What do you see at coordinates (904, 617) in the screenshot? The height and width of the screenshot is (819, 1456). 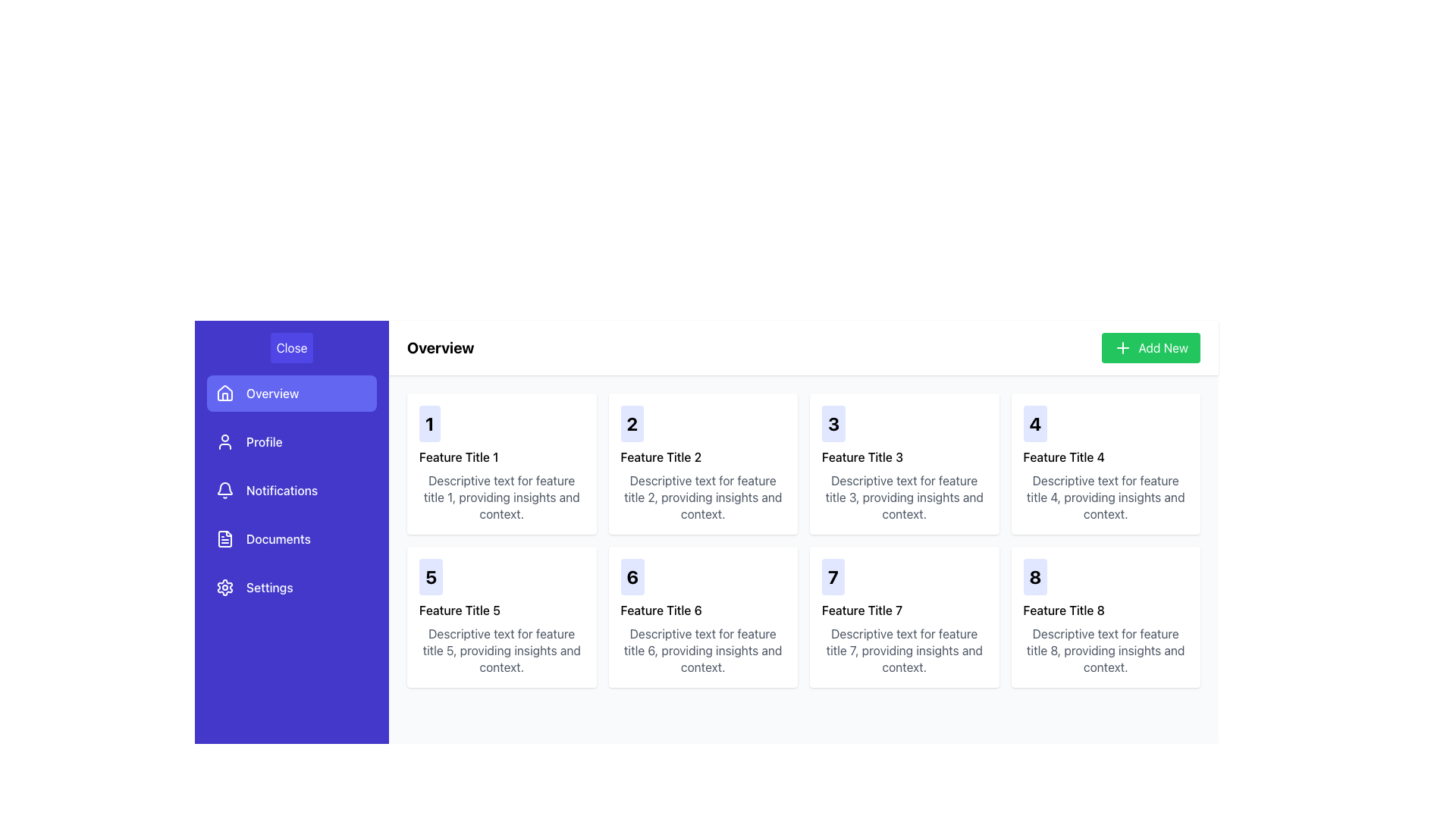 I see `title and description of the Information display card located in the third row, first column of the Overview section, positioned between 'Feature Title 6' and 'Feature Title 8'` at bounding box center [904, 617].